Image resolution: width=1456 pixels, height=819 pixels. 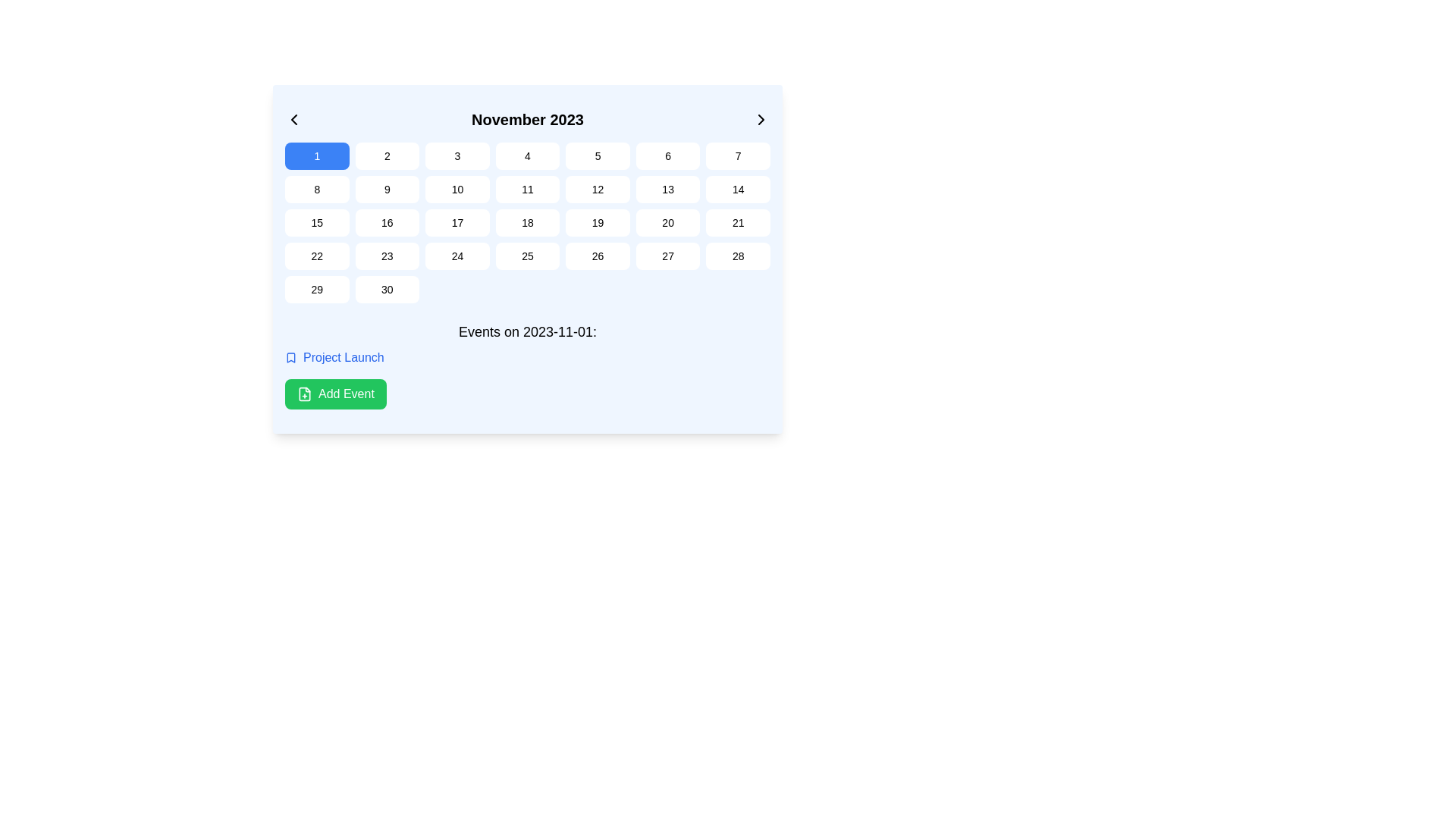 What do you see at coordinates (597, 222) in the screenshot?
I see `the selectable date button representing the 19th day of the month in the calendar grid layout` at bounding box center [597, 222].